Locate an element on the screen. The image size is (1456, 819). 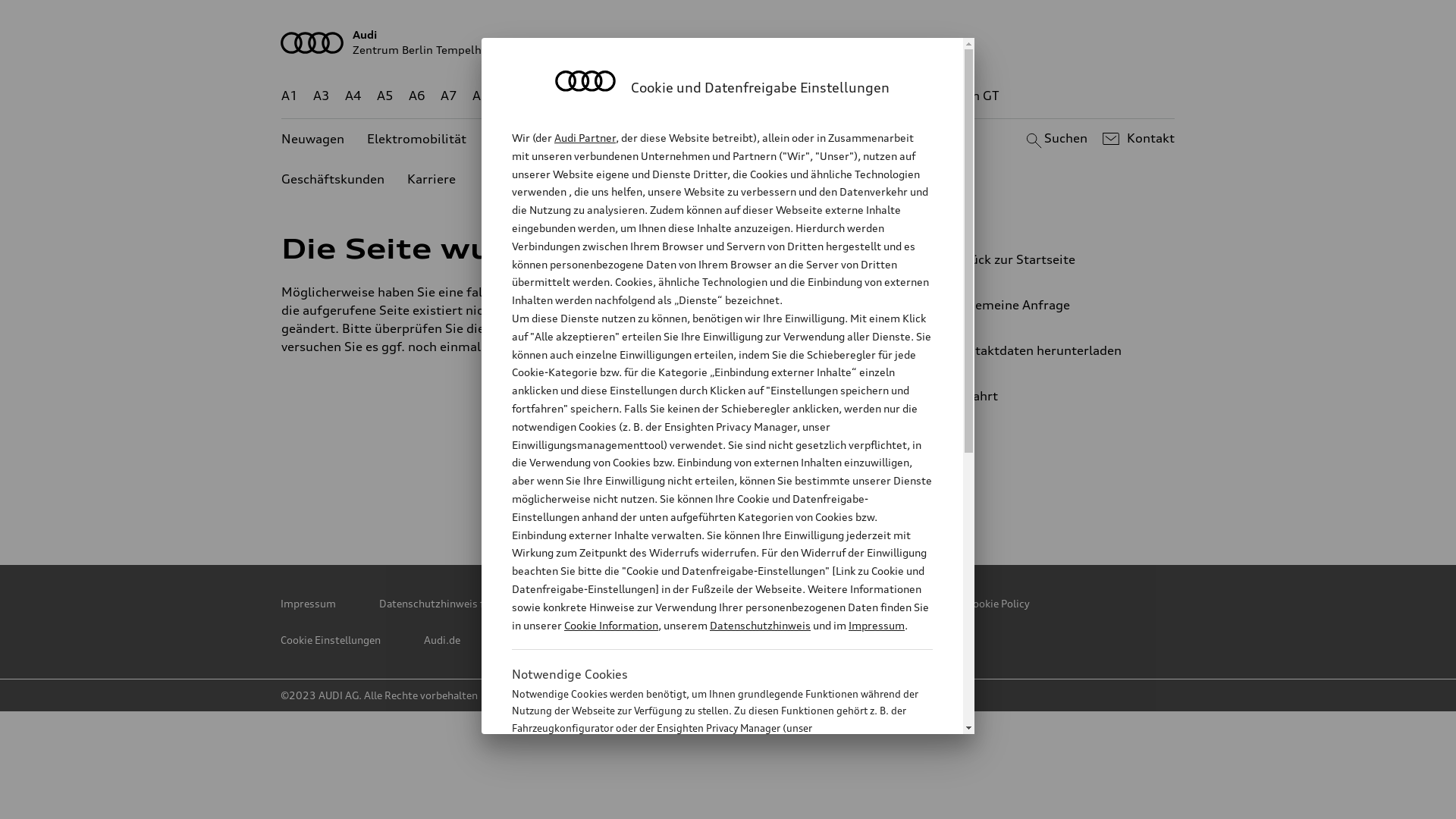
'A8' is located at coordinates (479, 96).